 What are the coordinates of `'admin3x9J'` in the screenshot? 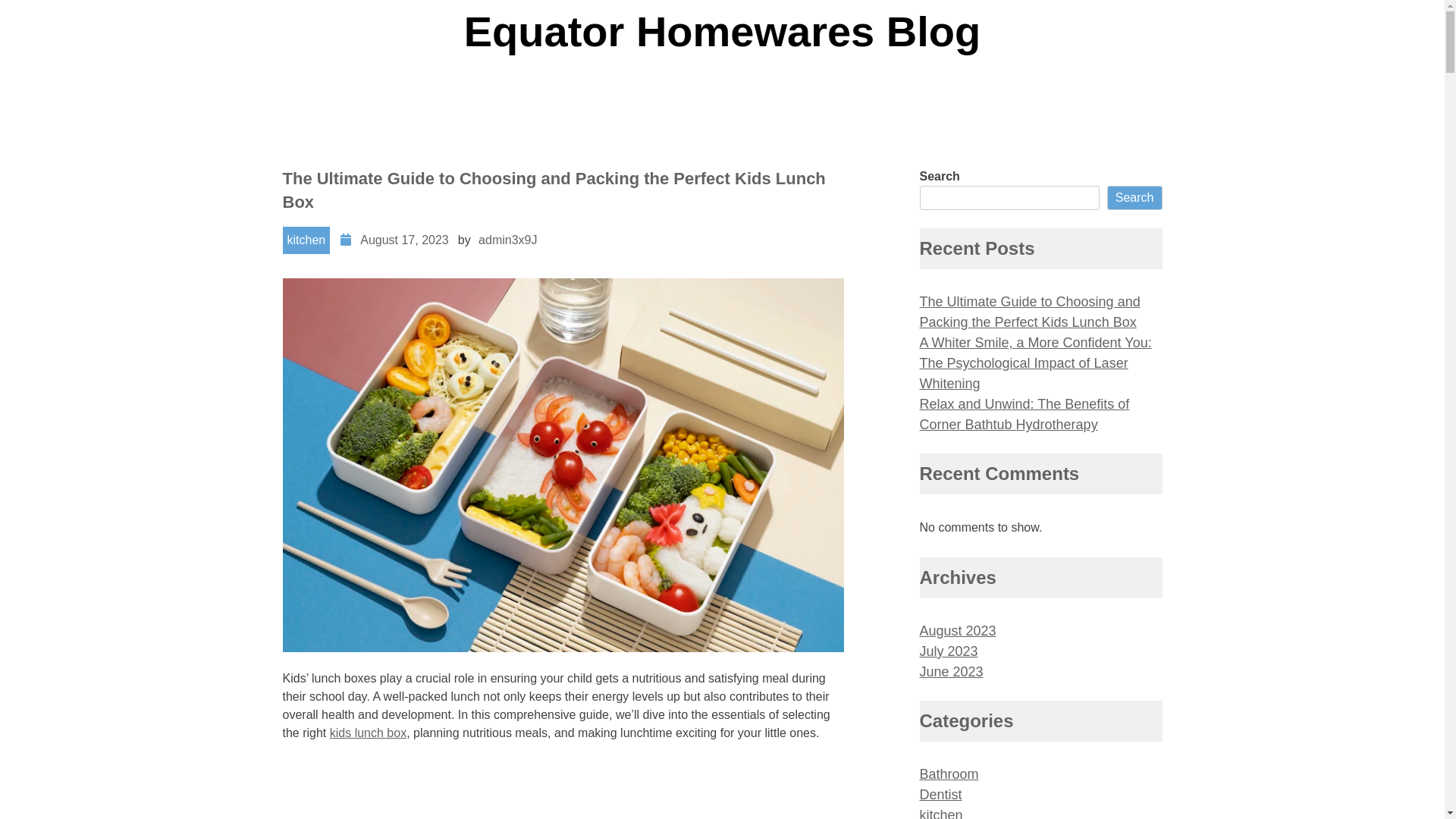 It's located at (507, 239).